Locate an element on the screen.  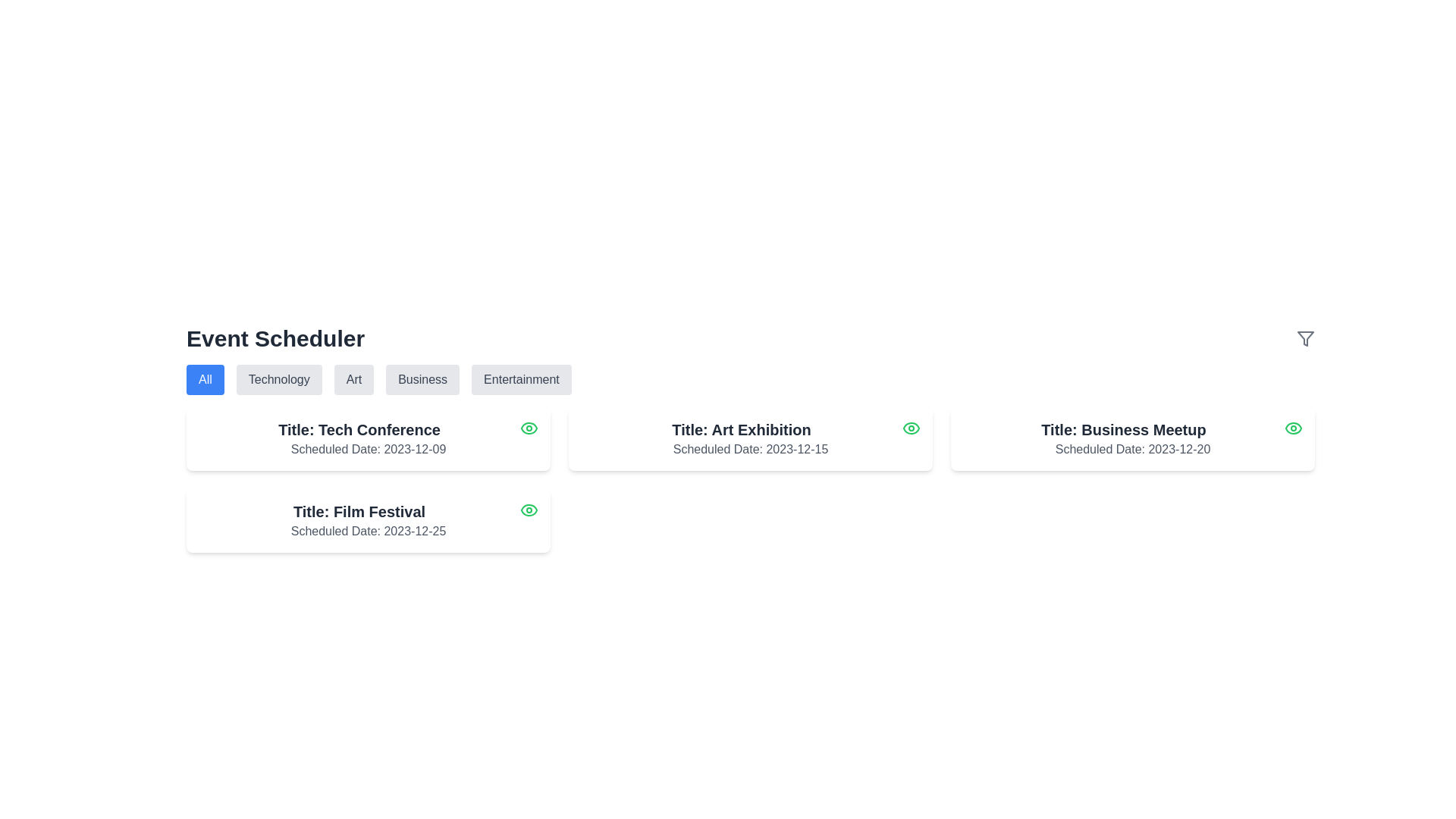
the green eye icon button located at the top-right corner of the 'Business Meetup' event card is located at coordinates (1292, 428).